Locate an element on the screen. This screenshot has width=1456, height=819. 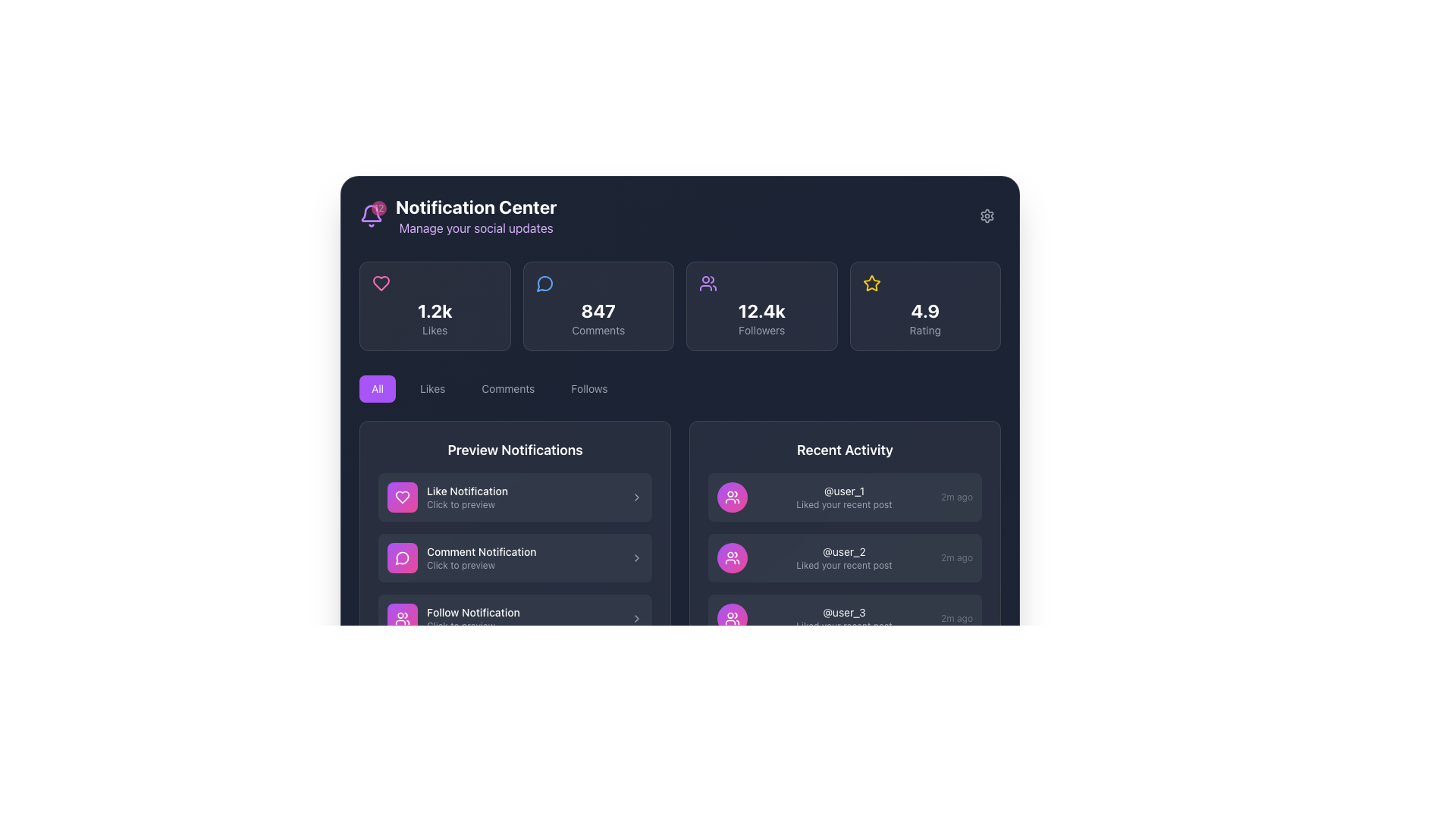
the Static Text element that displays the numerical rating value, located in the upper-right section of the interface, adjacent to other numerical data containers is located at coordinates (924, 309).